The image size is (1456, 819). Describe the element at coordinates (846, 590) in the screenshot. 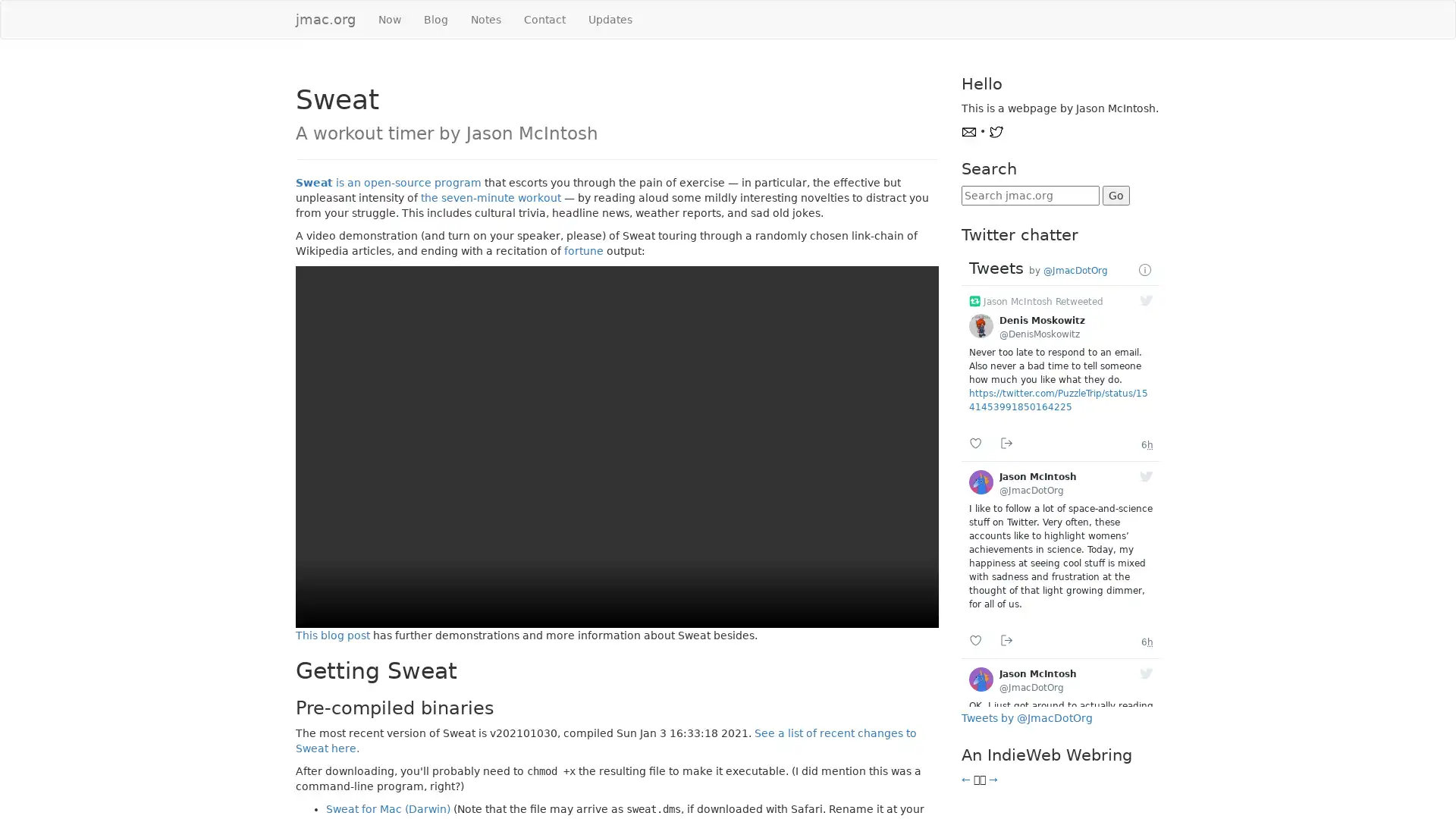

I see `mute` at that location.